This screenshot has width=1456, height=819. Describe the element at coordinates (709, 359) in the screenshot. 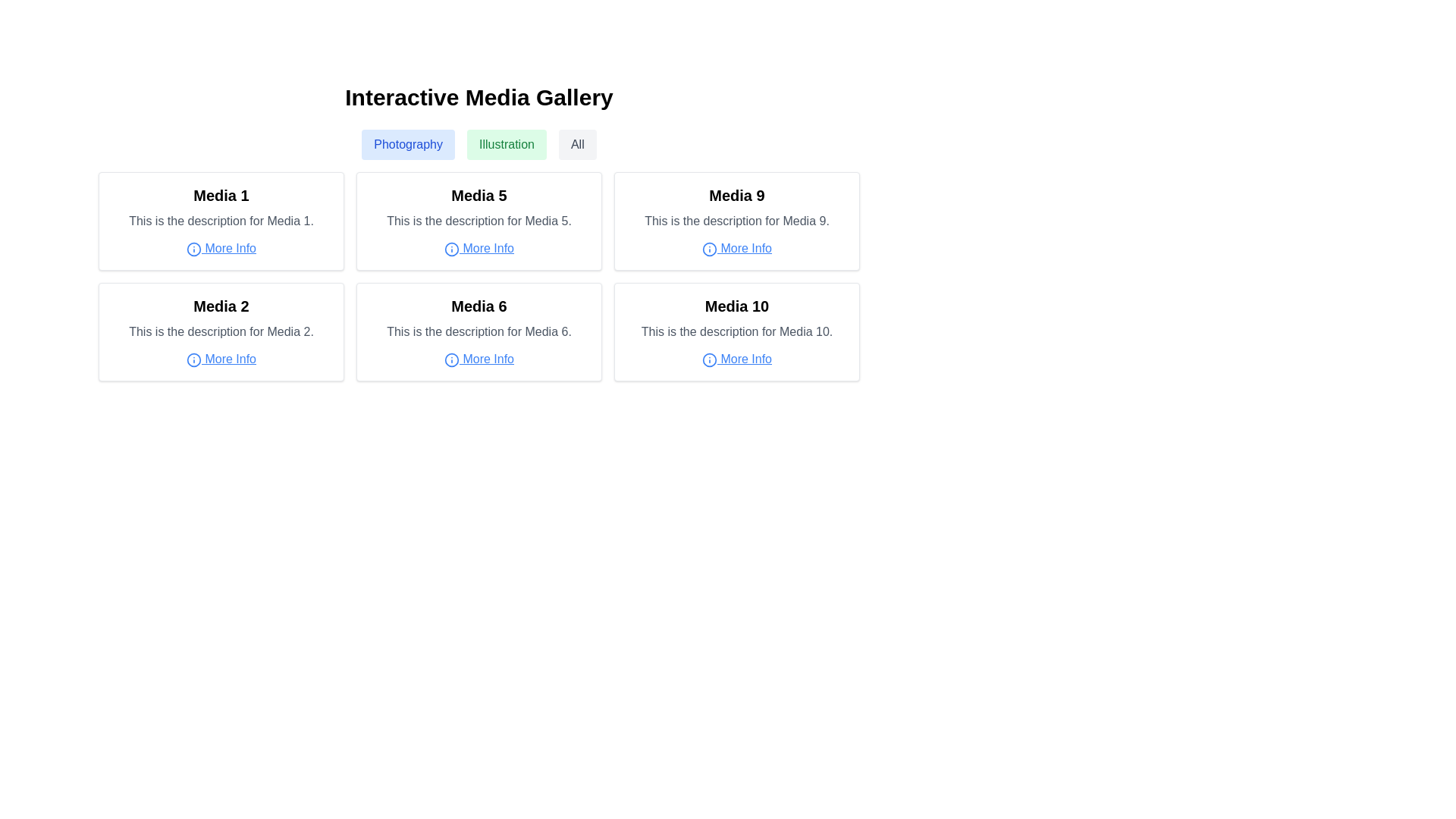

I see `the appearance of the circular informational icon located to the left of the 'More Info' text in the 'Media 10' card at the bottom-right corner of the media grid` at that location.